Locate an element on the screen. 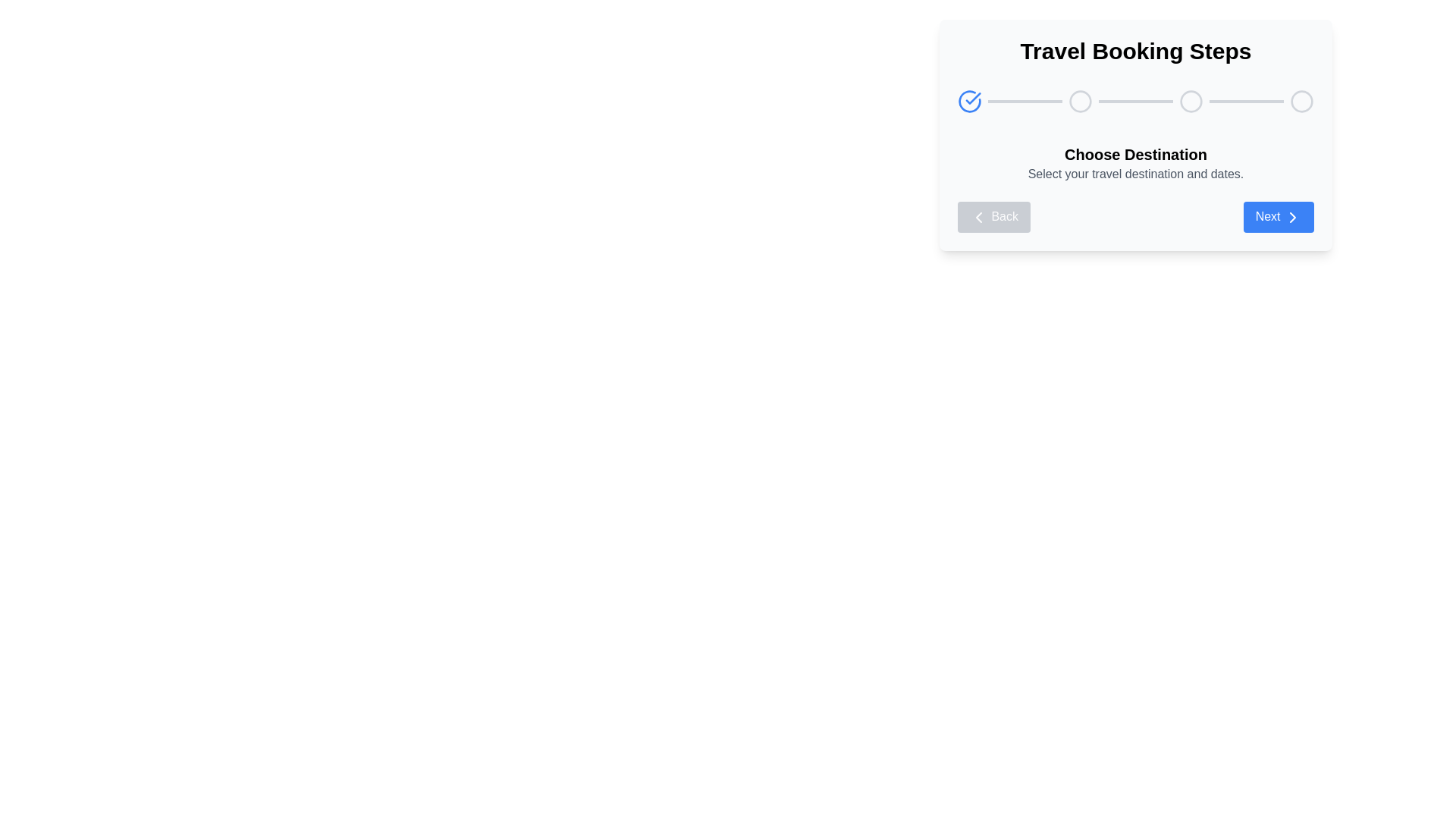 The width and height of the screenshot is (1456, 819). the chevron icon inside the 'Back' button located on the left side at the bottom of the travel booking card to indicate backward navigation is located at coordinates (979, 216).